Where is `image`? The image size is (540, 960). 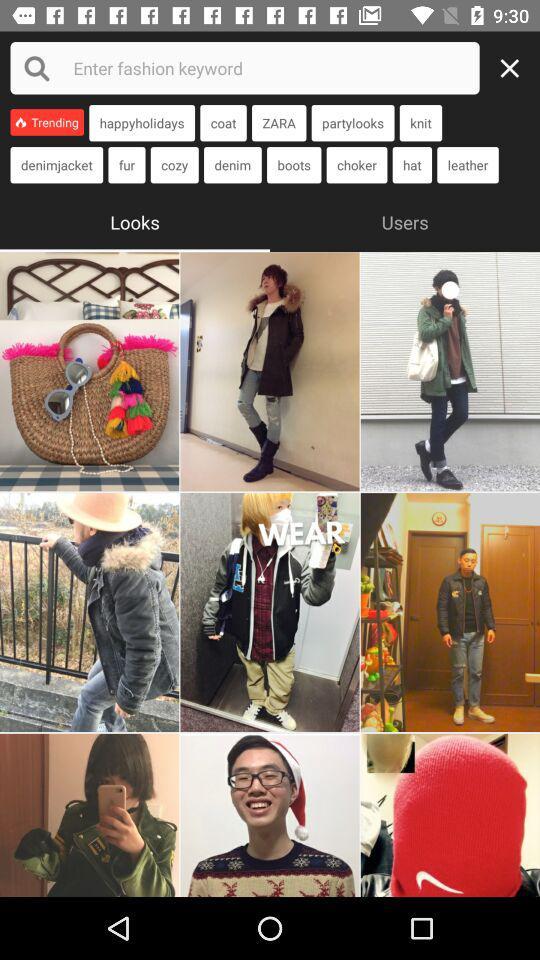
image is located at coordinates (450, 815).